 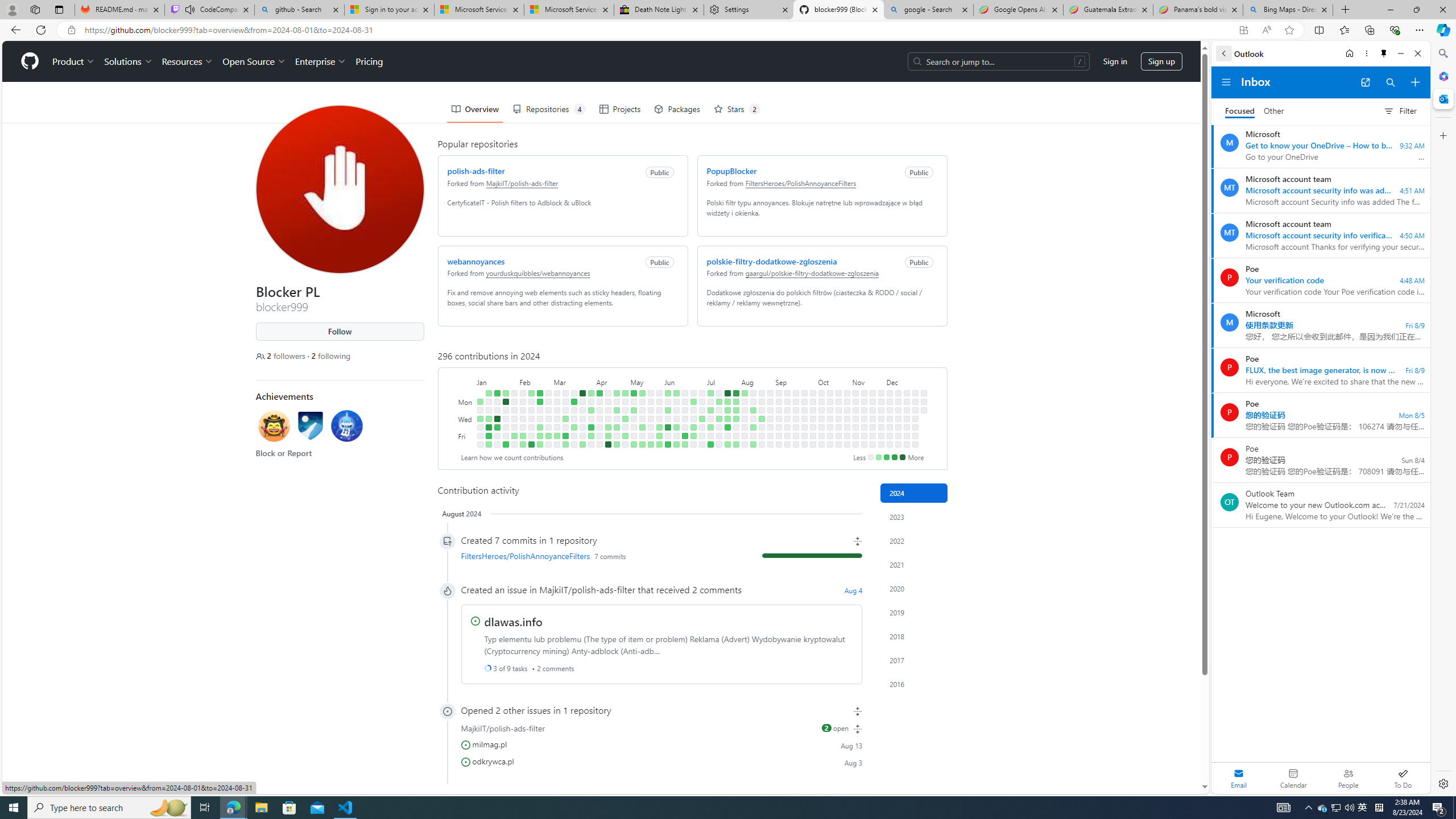 I want to click on 'No contributions on November 16th.', so click(x=864, y=444).